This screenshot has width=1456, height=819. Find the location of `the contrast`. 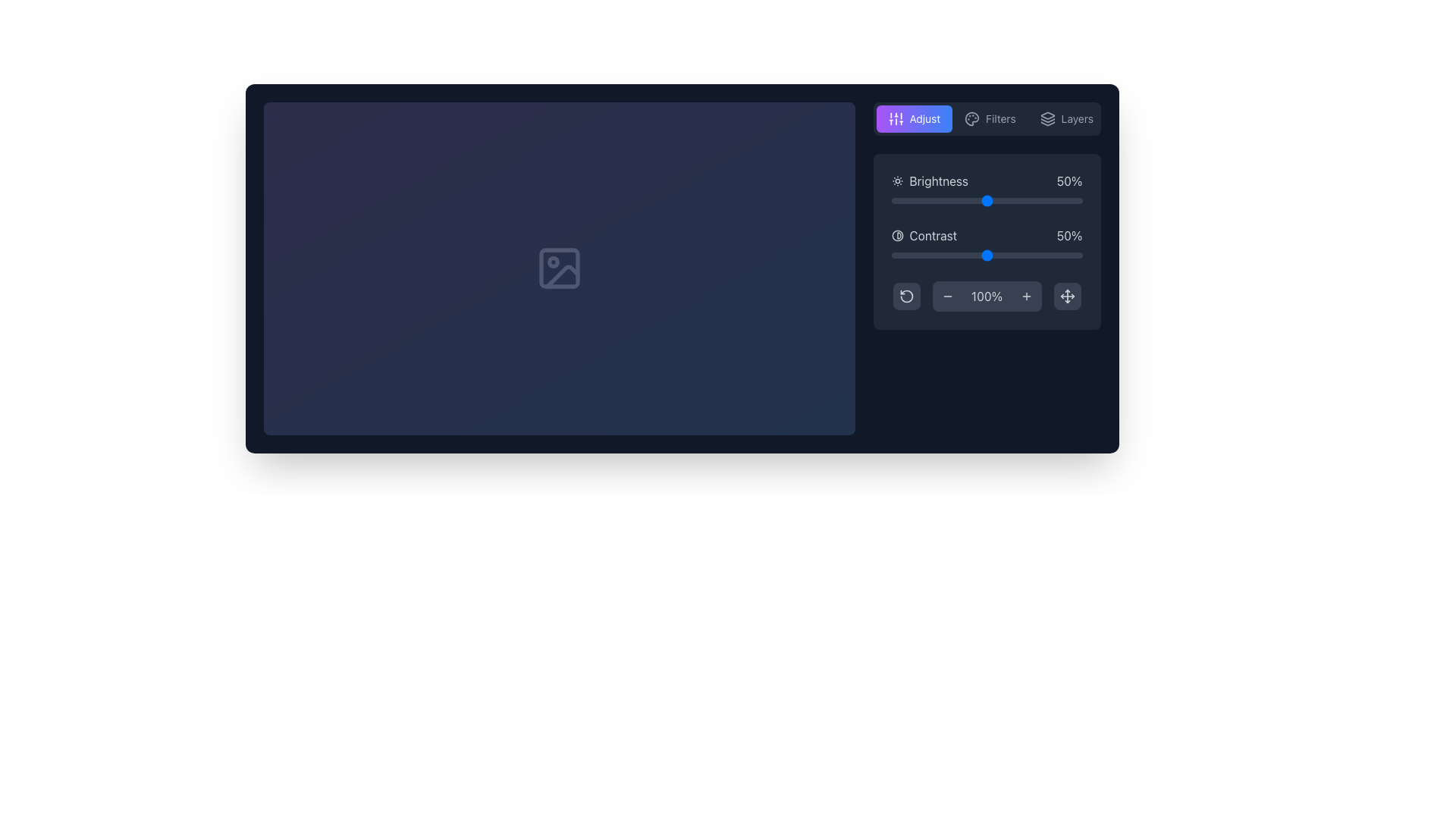

the contrast is located at coordinates (893, 254).